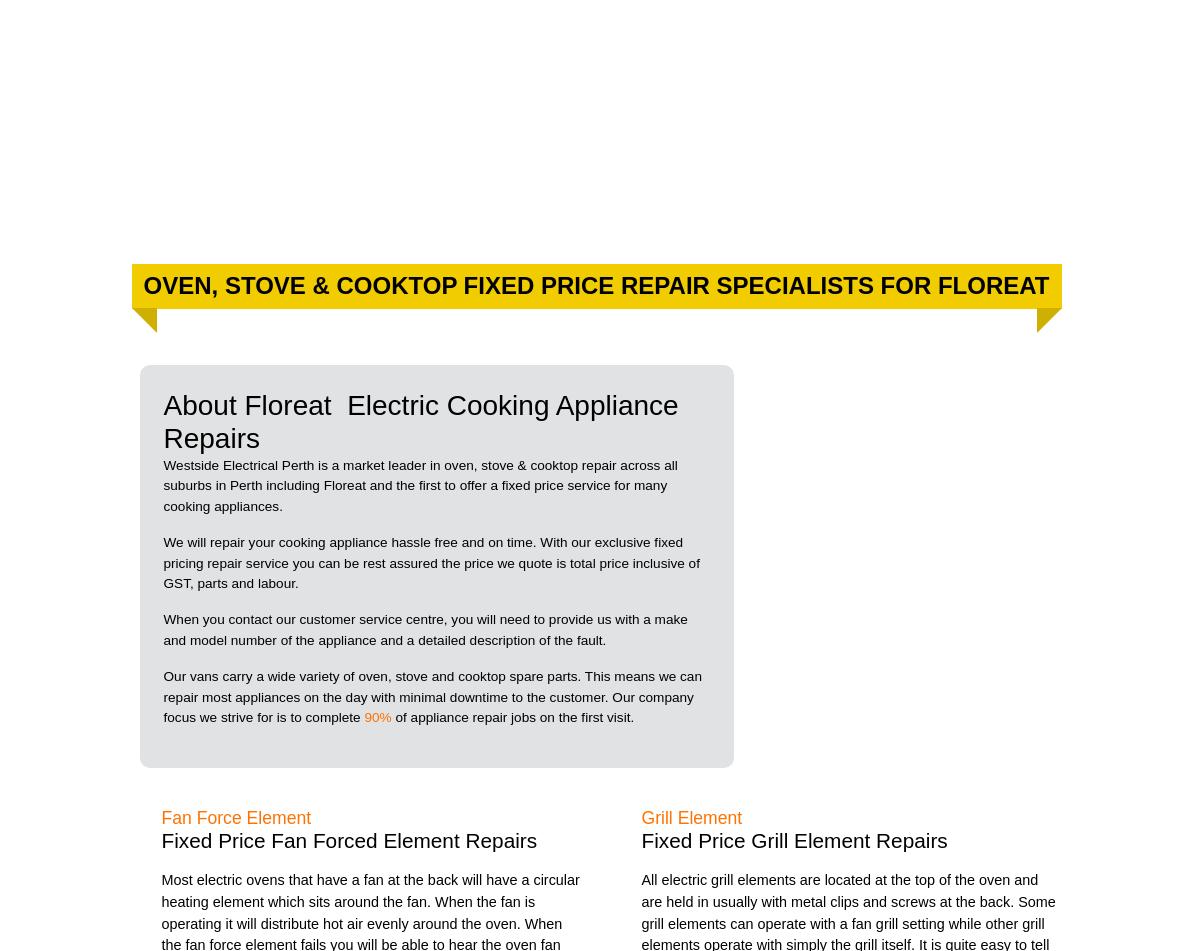 This screenshot has height=951, width=1193. Describe the element at coordinates (511, 715) in the screenshot. I see `'of appliance repair jobs on the first visit.'` at that location.